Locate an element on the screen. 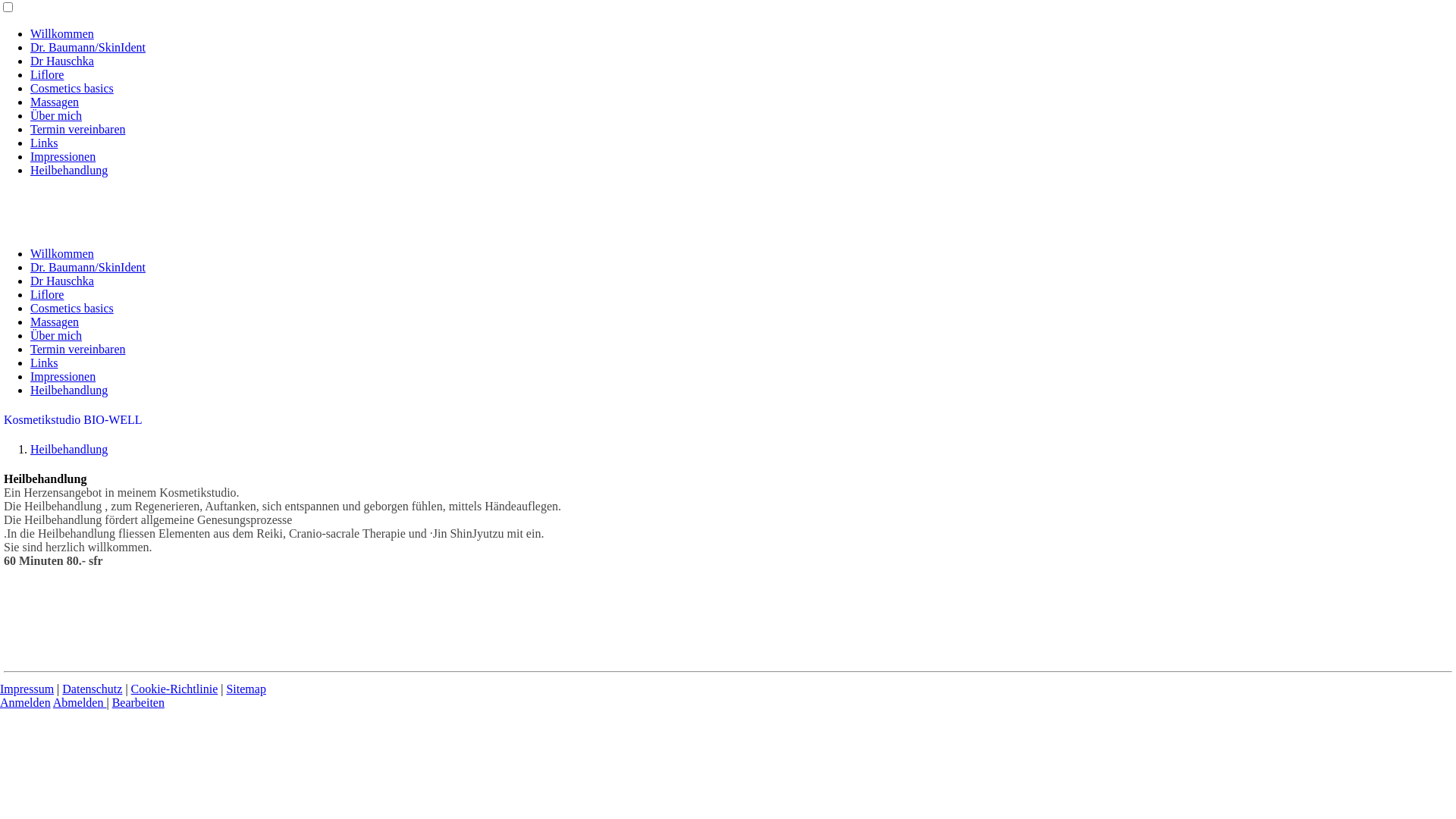  'Links' is located at coordinates (43, 143).